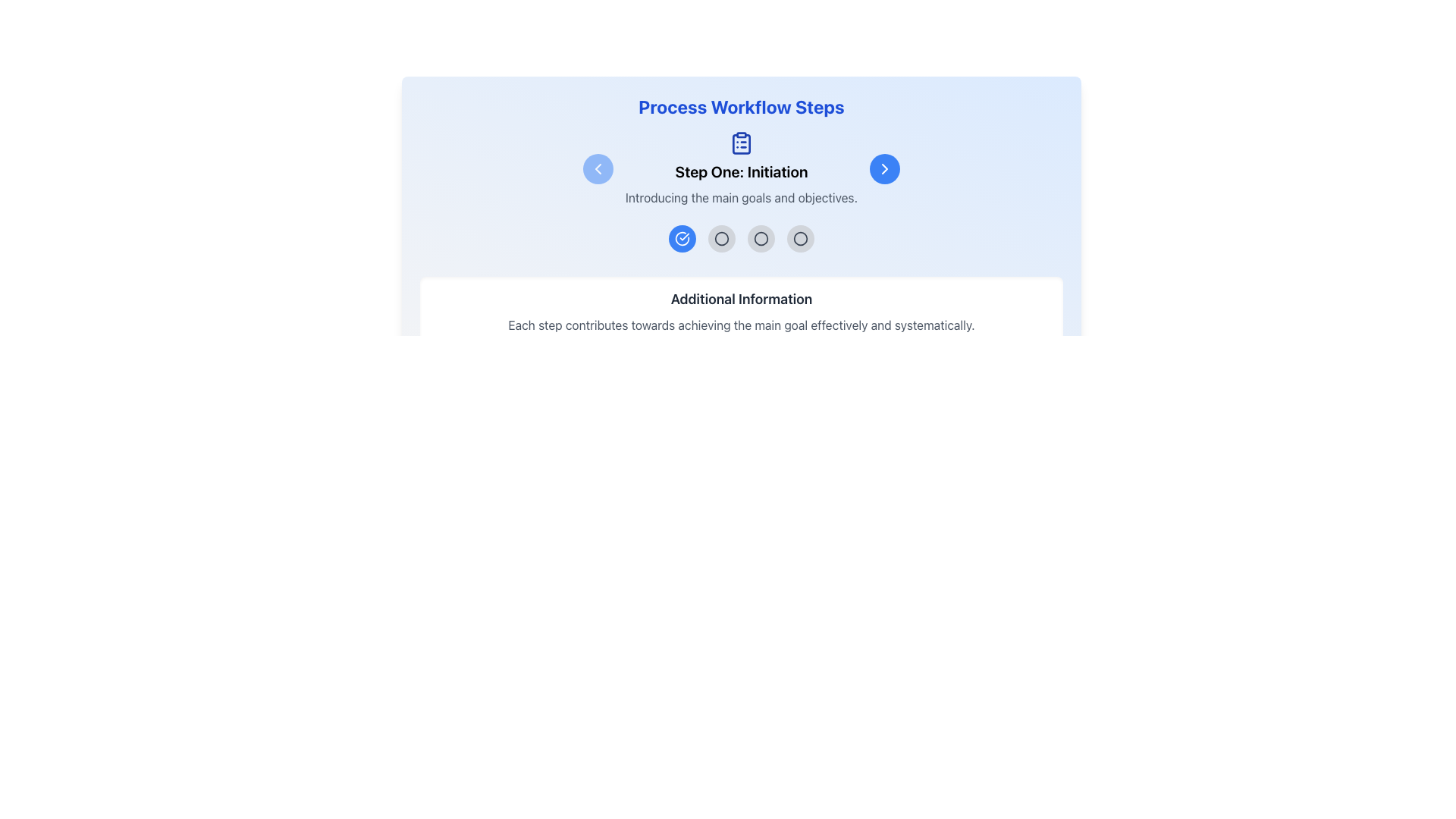  I want to click on the chevron-shaped icon within the blue circular button located in the right-central region of the 'Process Workflow Steps' section, adjacent to the text 'Step One: Initiation', so click(884, 169).